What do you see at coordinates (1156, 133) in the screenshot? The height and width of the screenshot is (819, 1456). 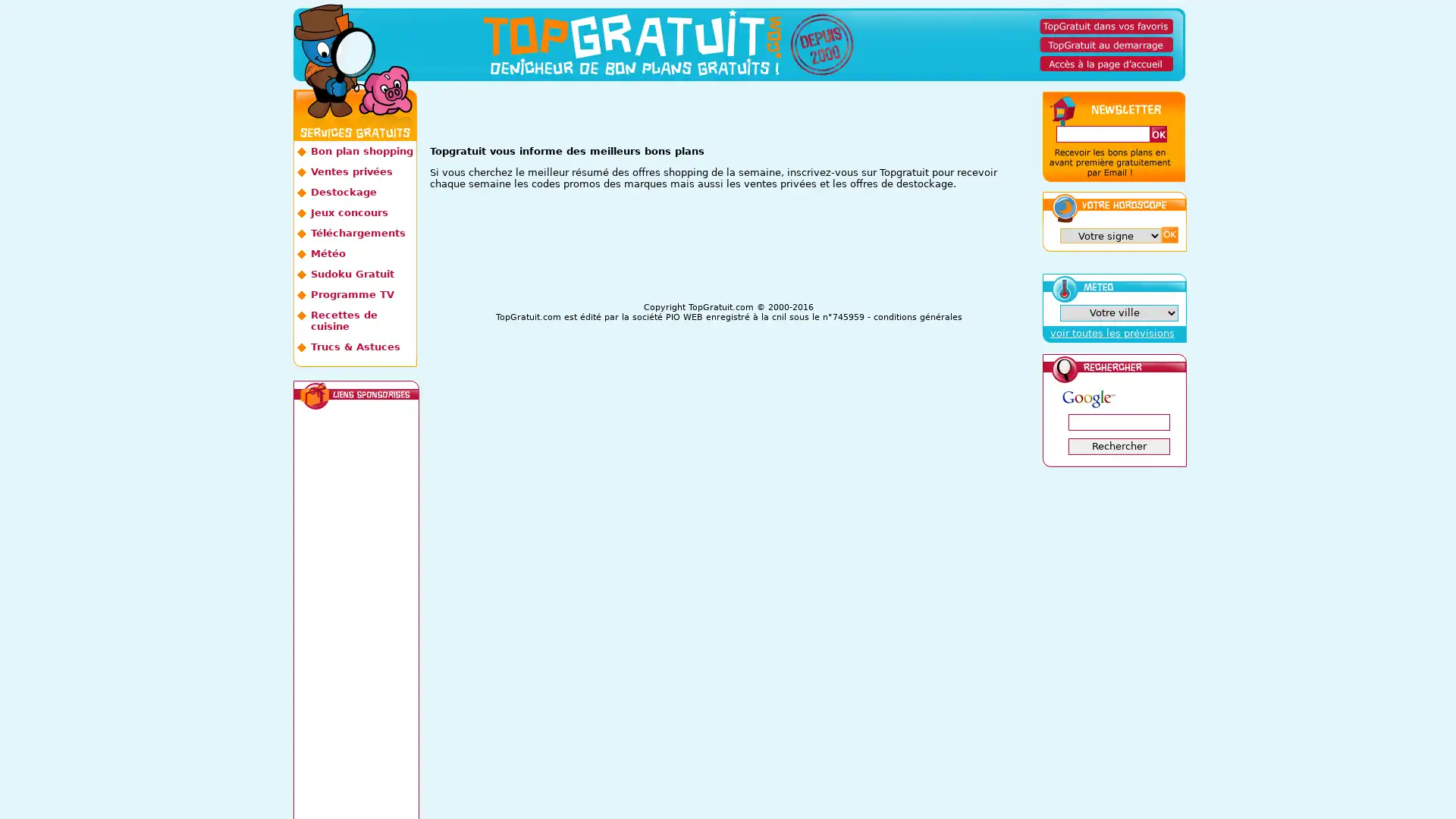 I see `Submit` at bounding box center [1156, 133].